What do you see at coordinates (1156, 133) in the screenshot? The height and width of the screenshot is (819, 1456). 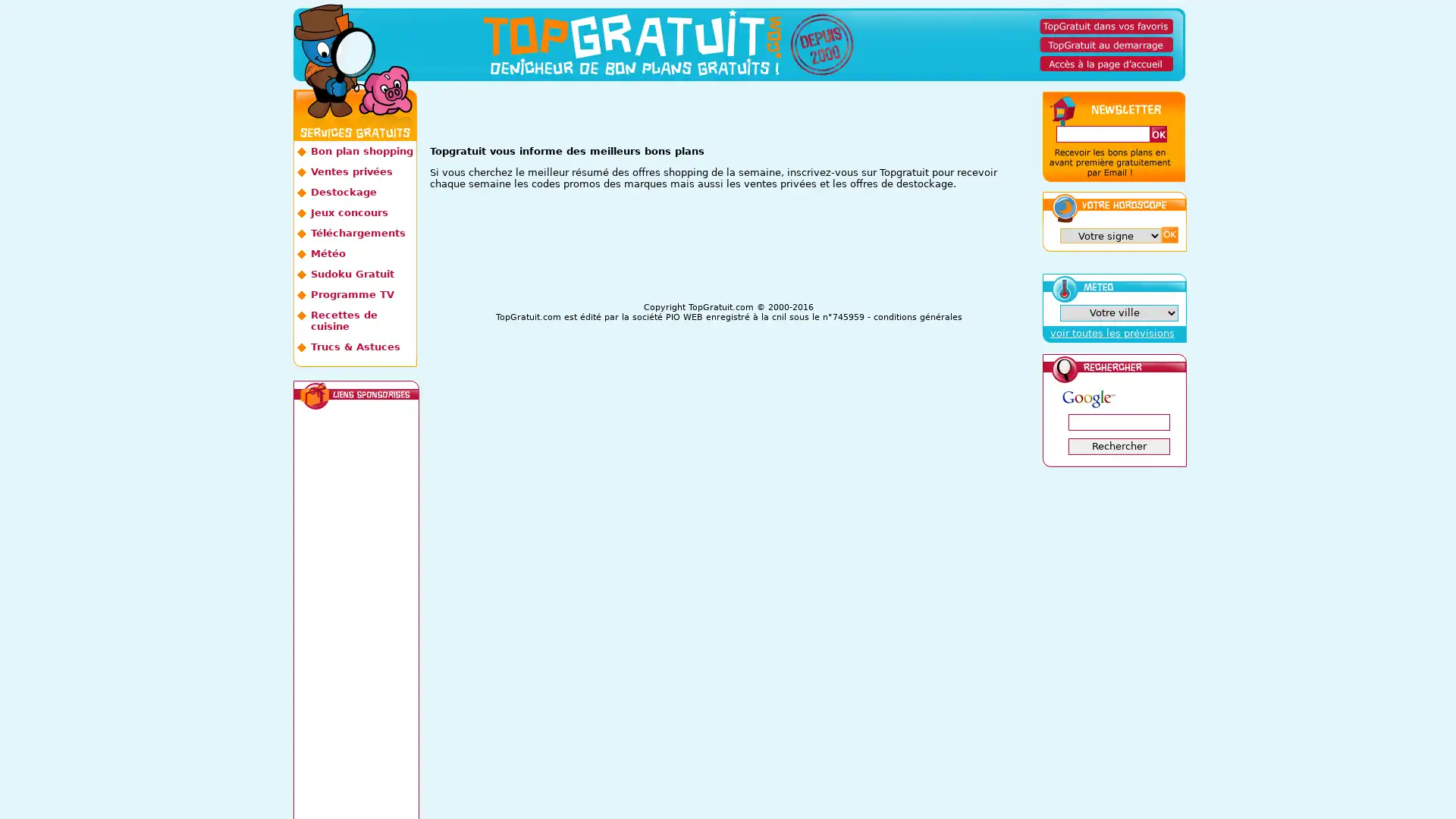 I see `Submit` at bounding box center [1156, 133].